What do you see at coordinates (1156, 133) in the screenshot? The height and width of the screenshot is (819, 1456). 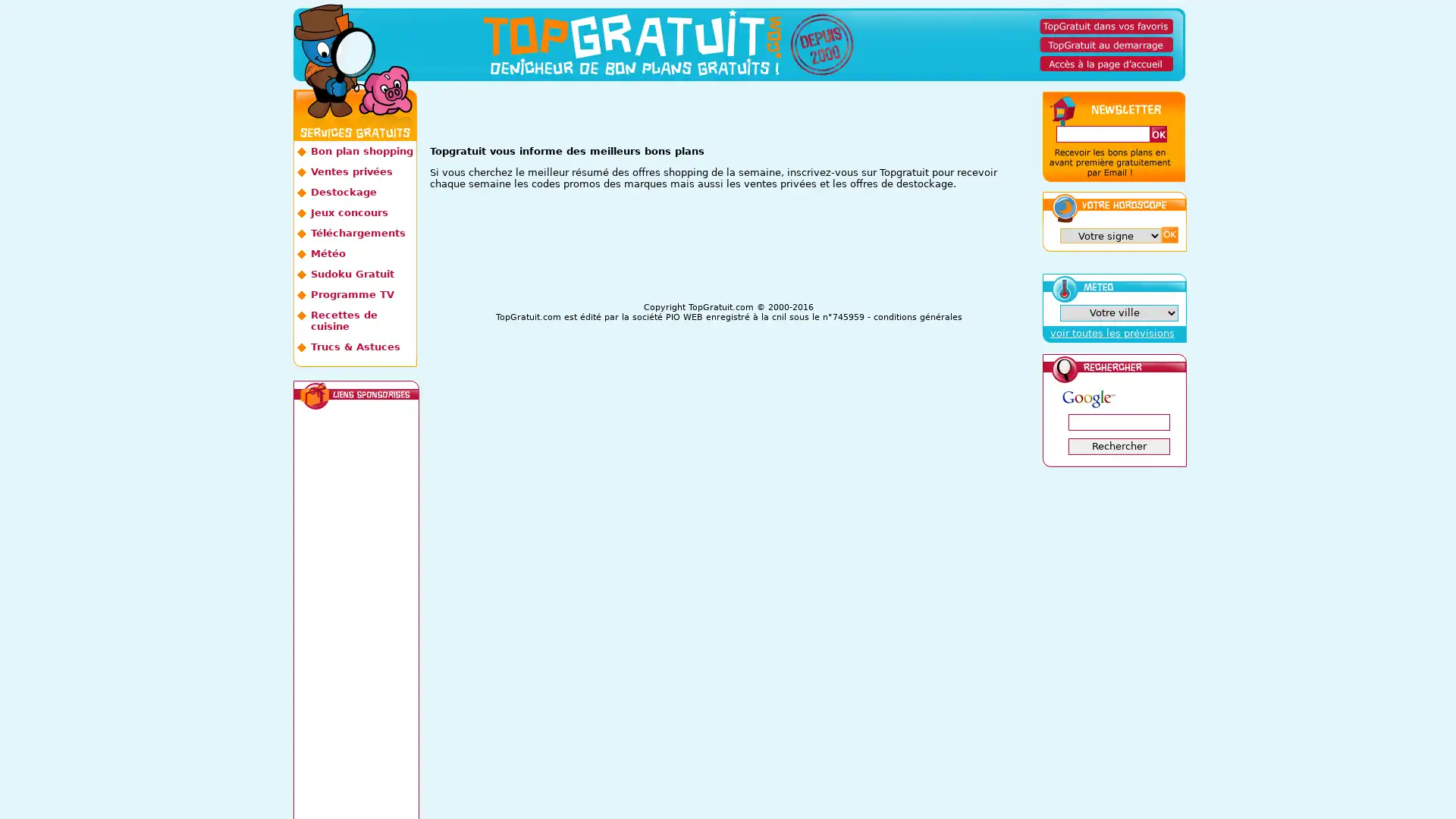 I see `Submit` at bounding box center [1156, 133].